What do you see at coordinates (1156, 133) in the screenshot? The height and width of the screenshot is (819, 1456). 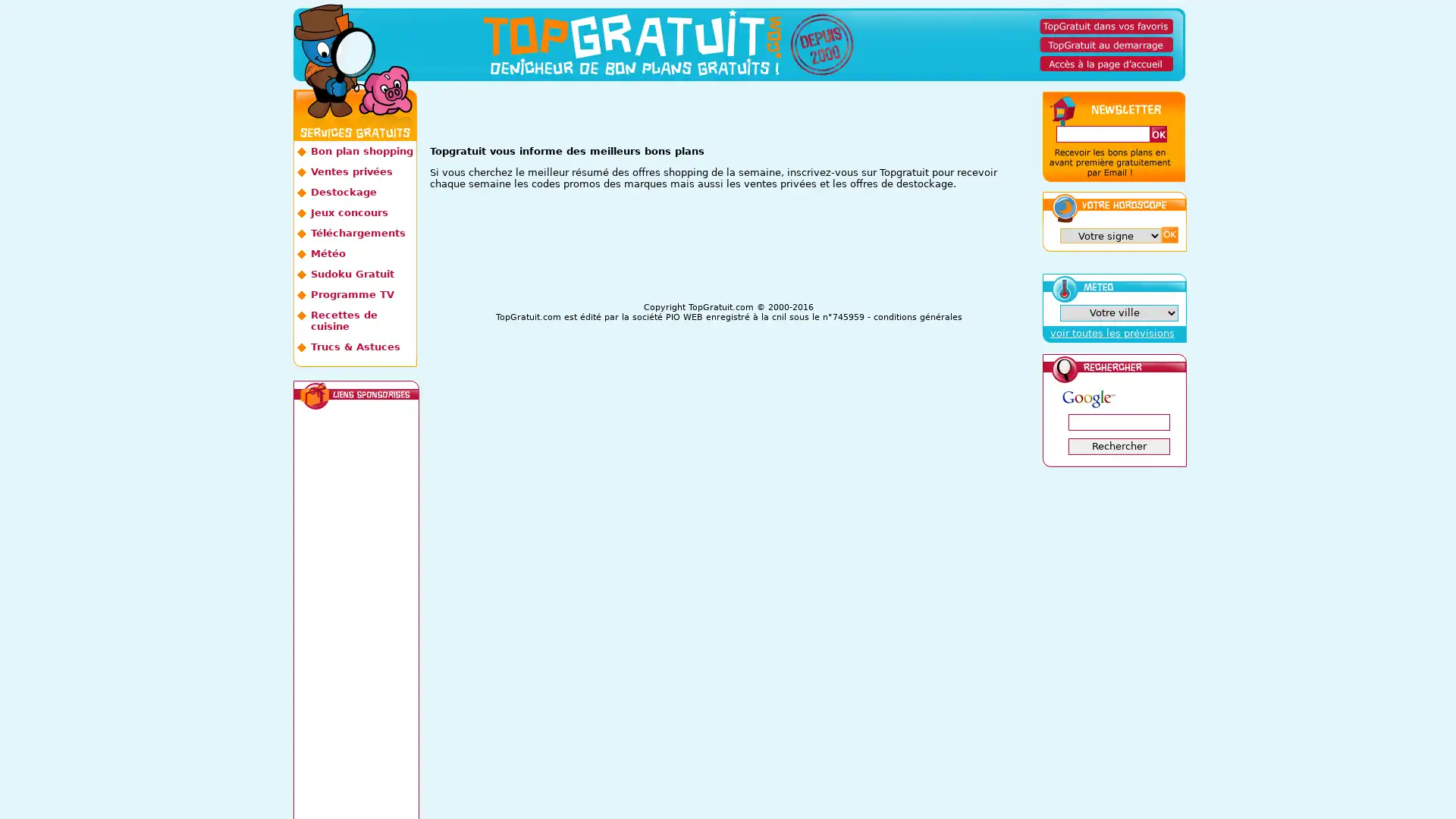 I see `Submit` at bounding box center [1156, 133].